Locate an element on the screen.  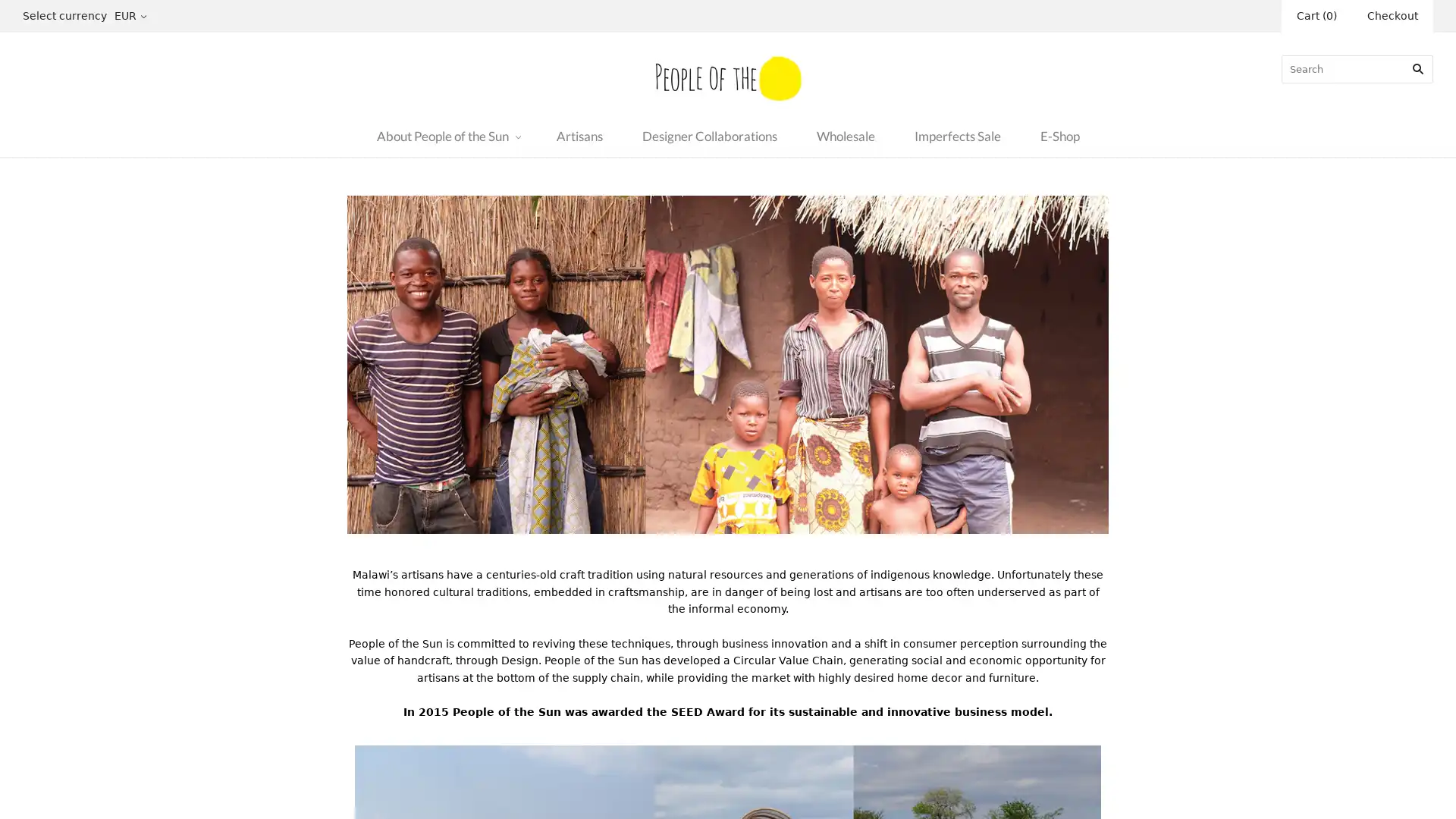
Search is located at coordinates (1417, 68).